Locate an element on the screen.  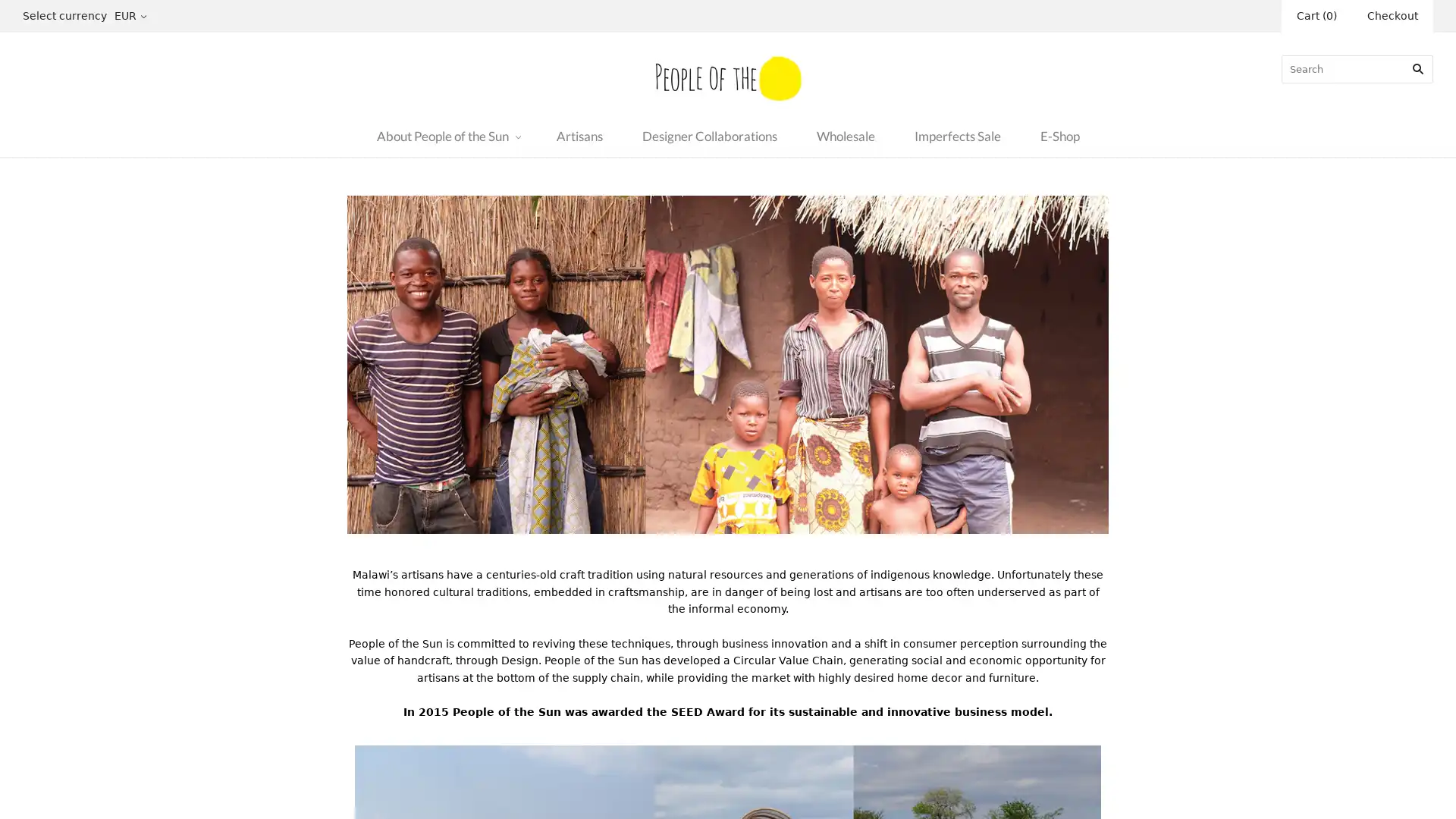
Search is located at coordinates (1417, 68).